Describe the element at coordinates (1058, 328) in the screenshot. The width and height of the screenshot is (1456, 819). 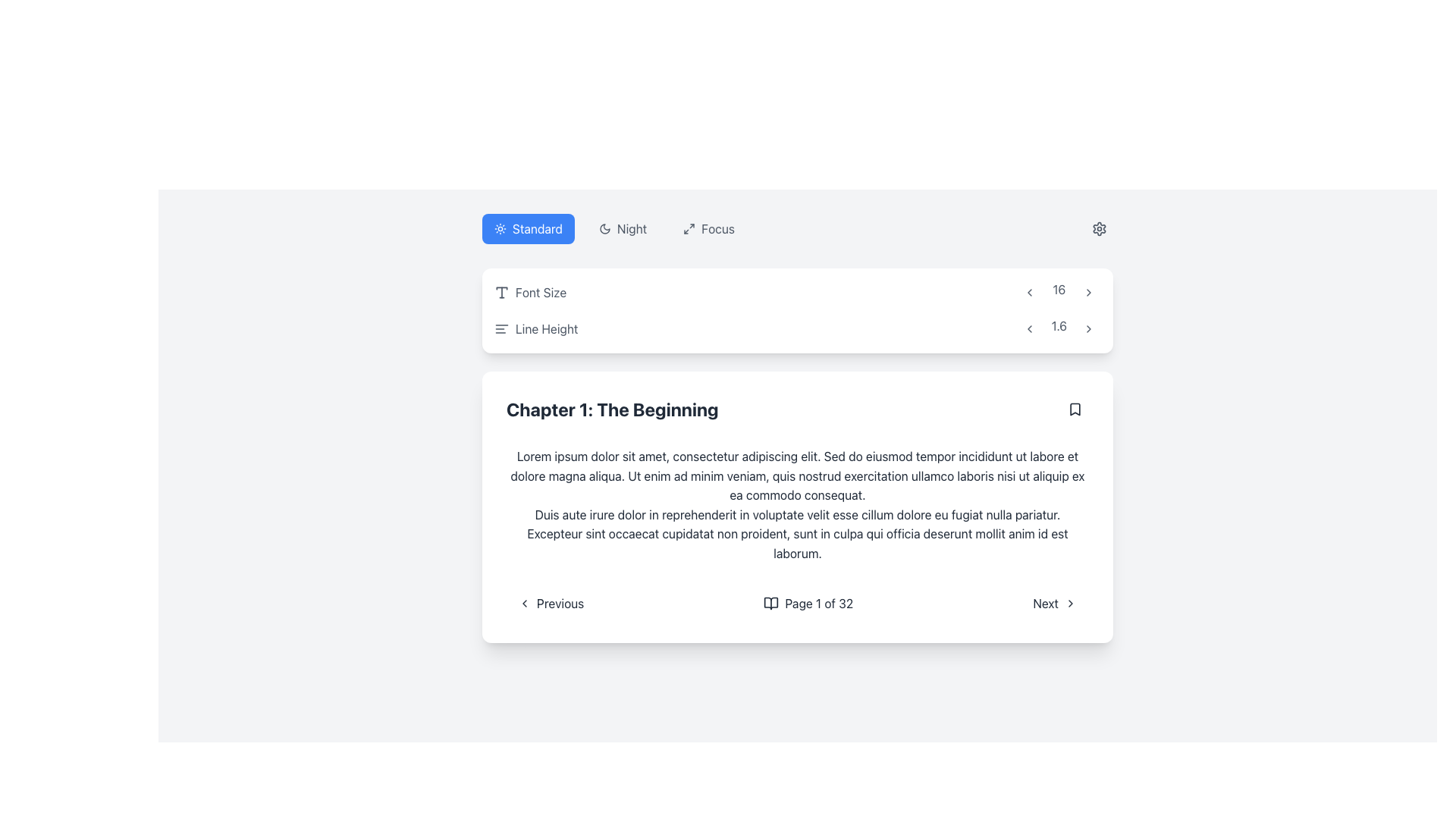
I see `the numeric text '1.6' in the 'Line Height' control area, which is positioned between the left arrow button ('<') and the right arrow button ('>')` at that location.